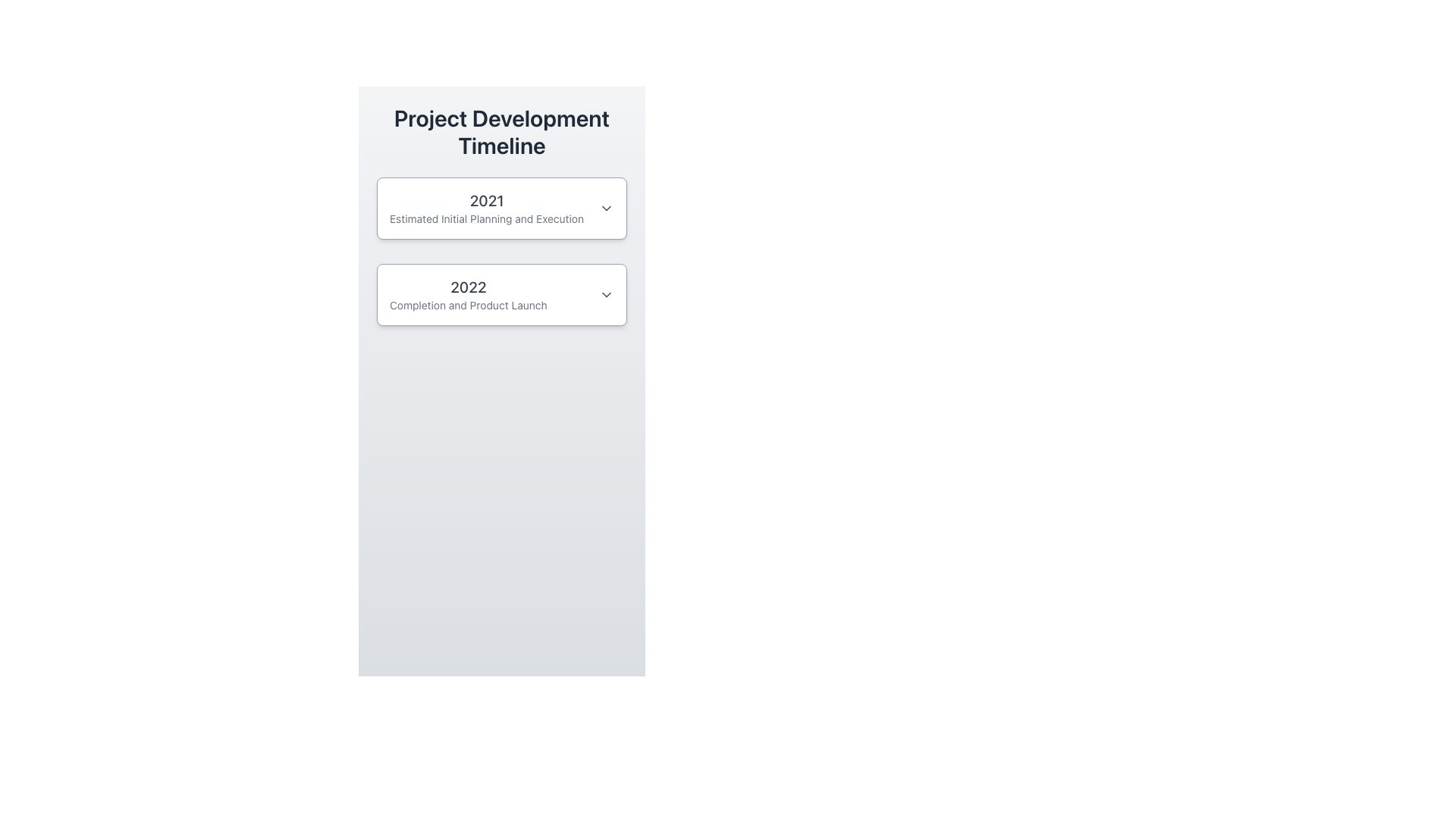 This screenshot has height=819, width=1456. What do you see at coordinates (467, 295) in the screenshot?
I see `text label displaying '2022' and 'Completion and Product Launch' located in the second section of the timeline component, positioned below the '2021 Estimated Initial Planning and Execution' text` at bounding box center [467, 295].